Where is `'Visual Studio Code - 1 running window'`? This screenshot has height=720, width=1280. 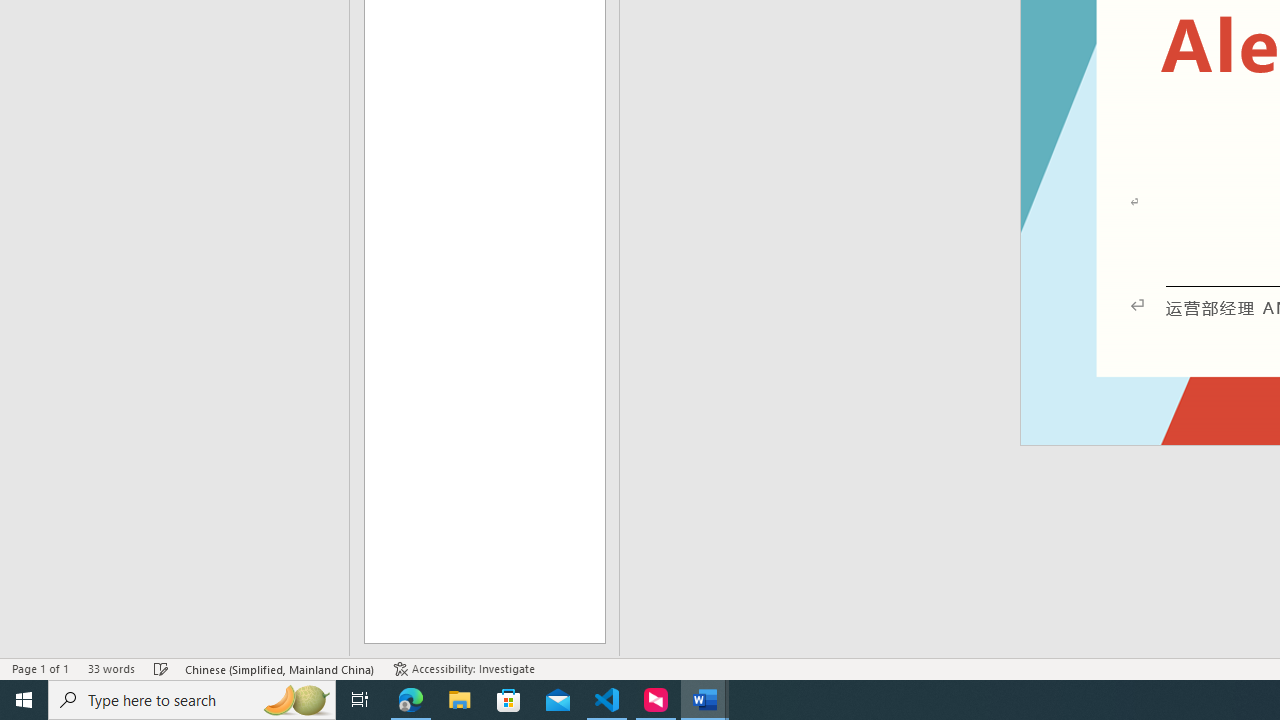 'Visual Studio Code - 1 running window' is located at coordinates (606, 698).